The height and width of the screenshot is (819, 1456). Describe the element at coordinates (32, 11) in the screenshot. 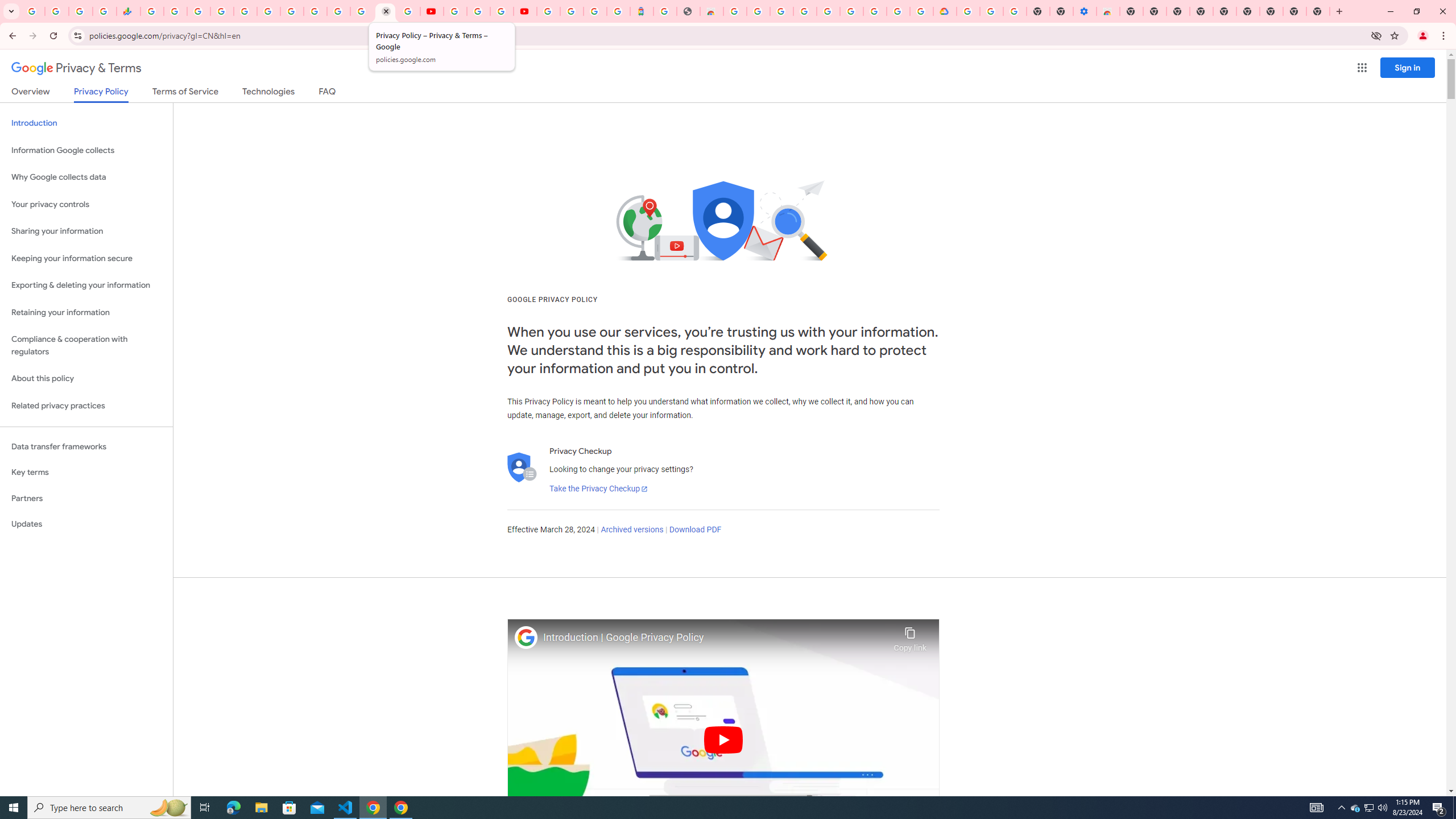

I see `'Google Workspace Admin Community'` at that location.